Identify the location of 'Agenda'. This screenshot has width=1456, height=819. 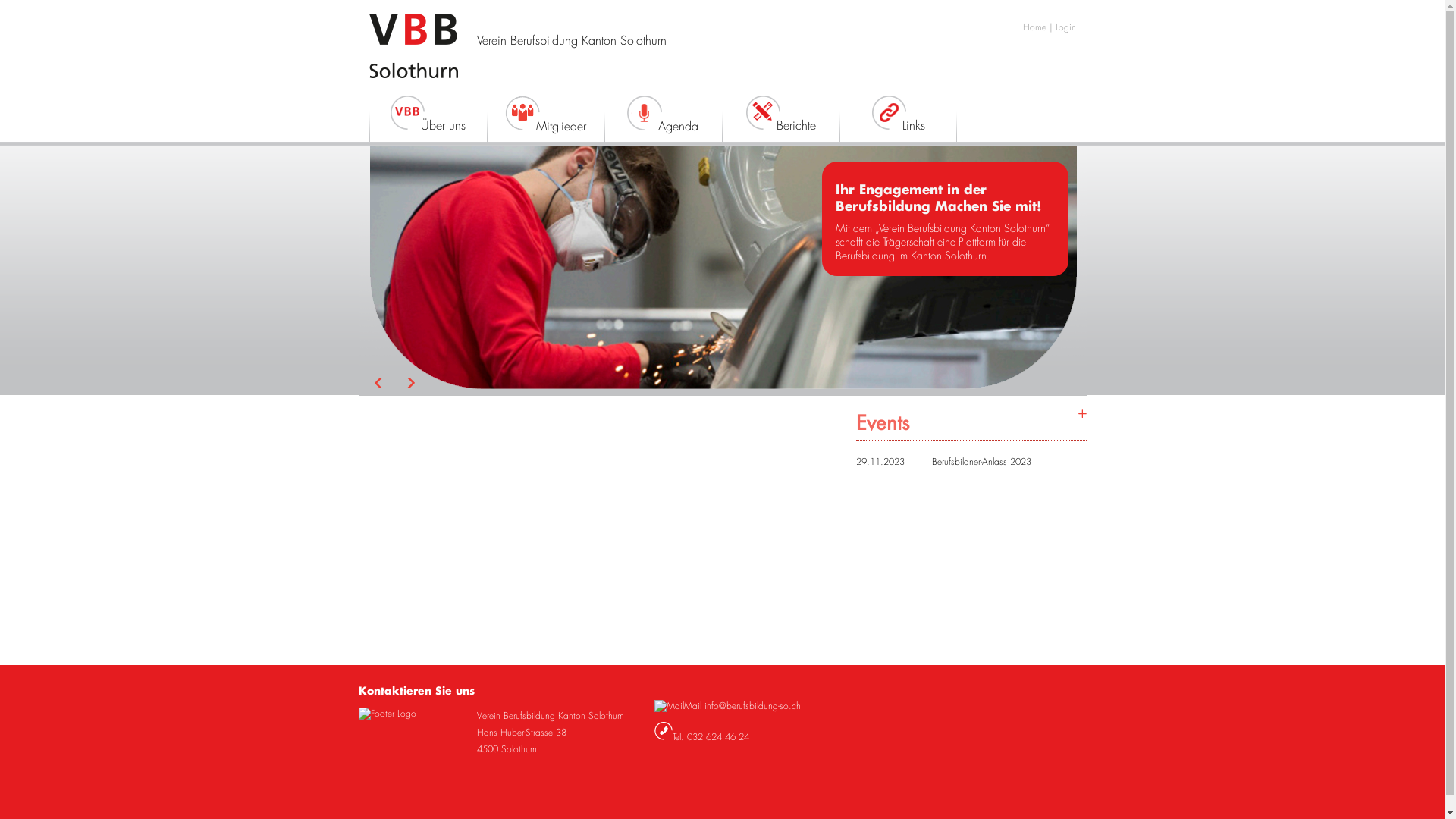
(644, 112).